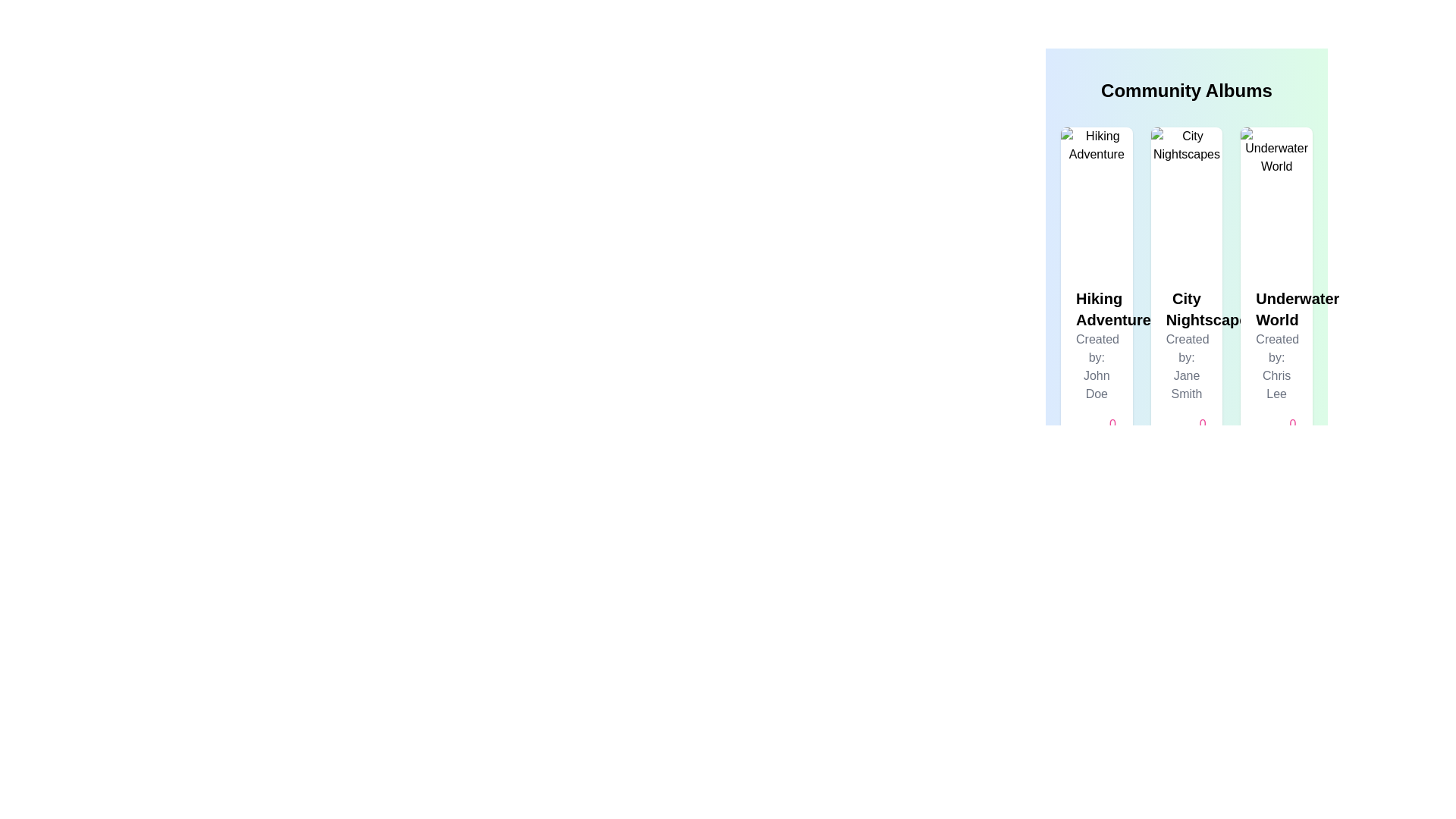 Image resolution: width=1456 pixels, height=819 pixels. Describe the element at coordinates (1097, 366) in the screenshot. I see `the text label displaying 'Created by: John Doe', which is positioned below the 'Hiking Adventure' title and above the '0 Likes Comments' section` at that location.